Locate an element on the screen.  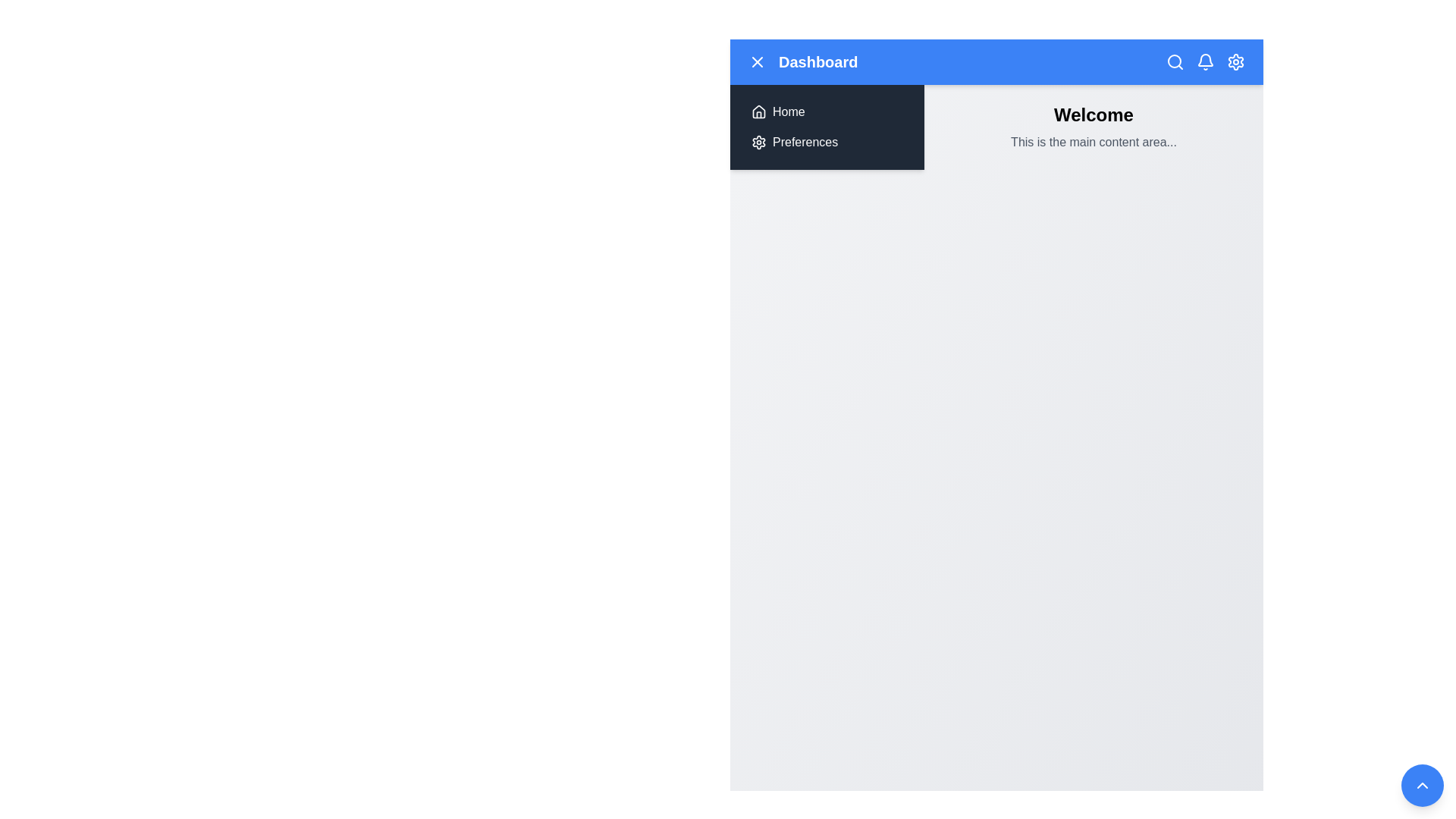
the 'Home' text label element in the vertical navigation menu, which is styled in white against a dark background and is positioned below a house icon is located at coordinates (789, 111).